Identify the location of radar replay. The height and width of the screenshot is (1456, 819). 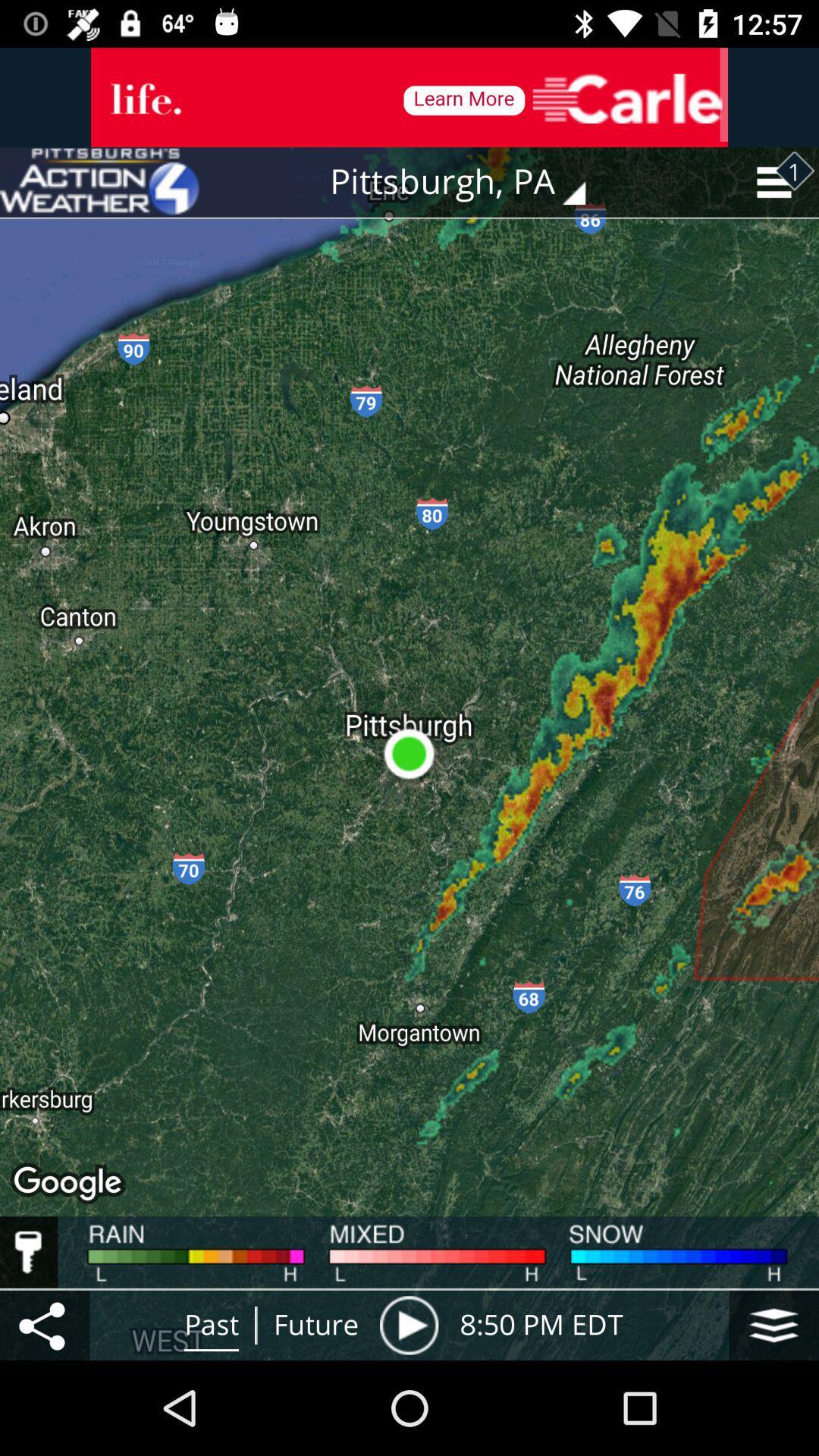
(408, 1324).